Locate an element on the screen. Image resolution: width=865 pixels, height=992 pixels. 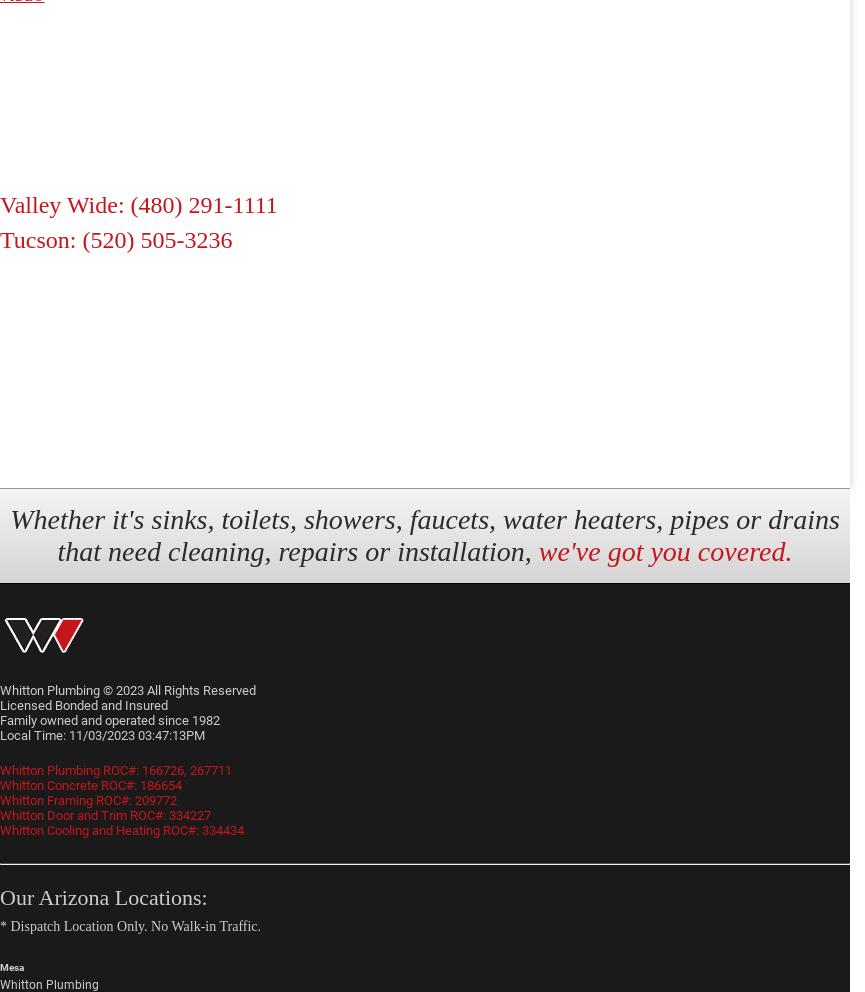
'Local Time: 11/03/2023 03:47:13PM' is located at coordinates (0, 734).